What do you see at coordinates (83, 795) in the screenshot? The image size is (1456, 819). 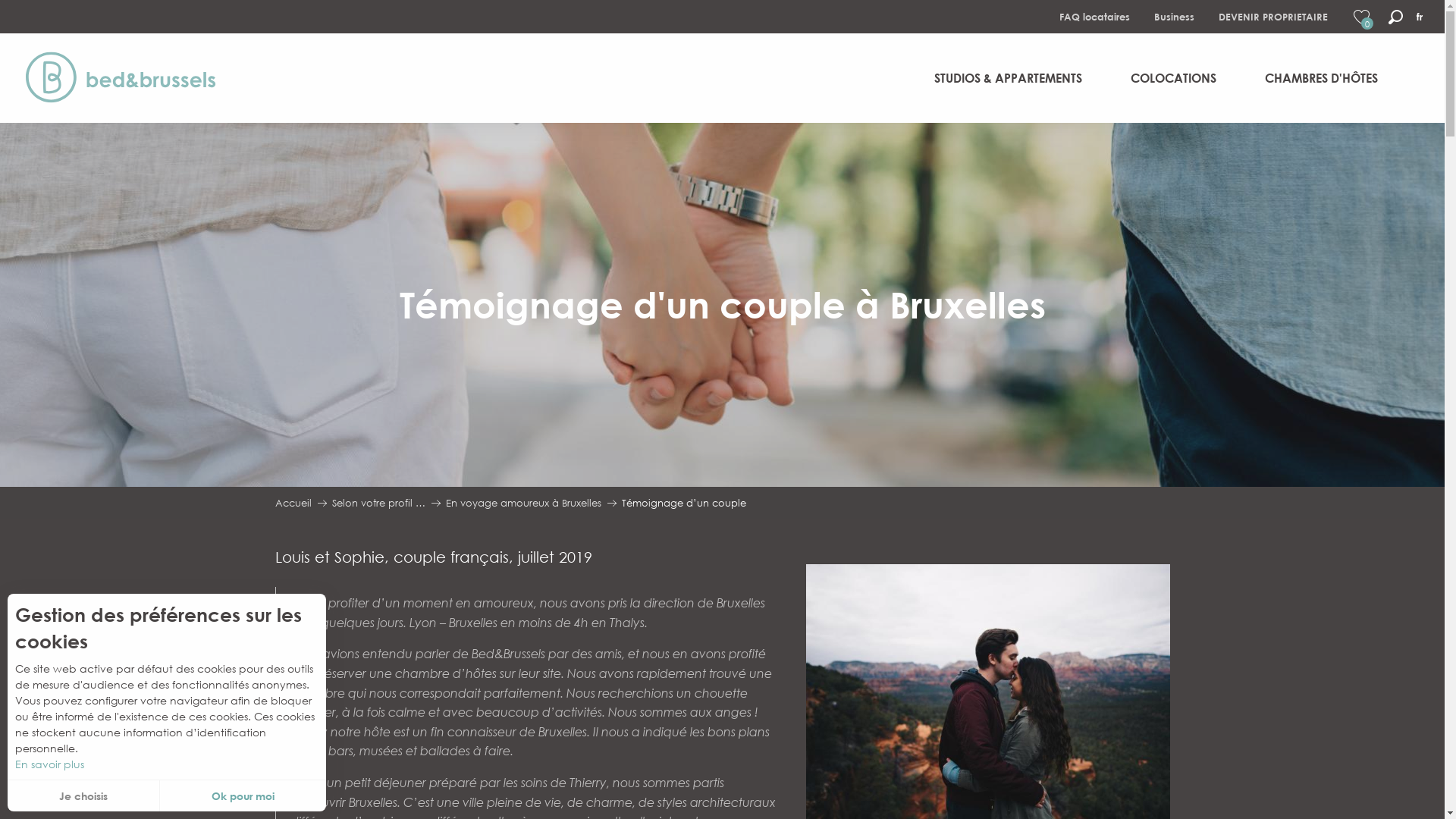 I see `'Je choisis'` at bounding box center [83, 795].